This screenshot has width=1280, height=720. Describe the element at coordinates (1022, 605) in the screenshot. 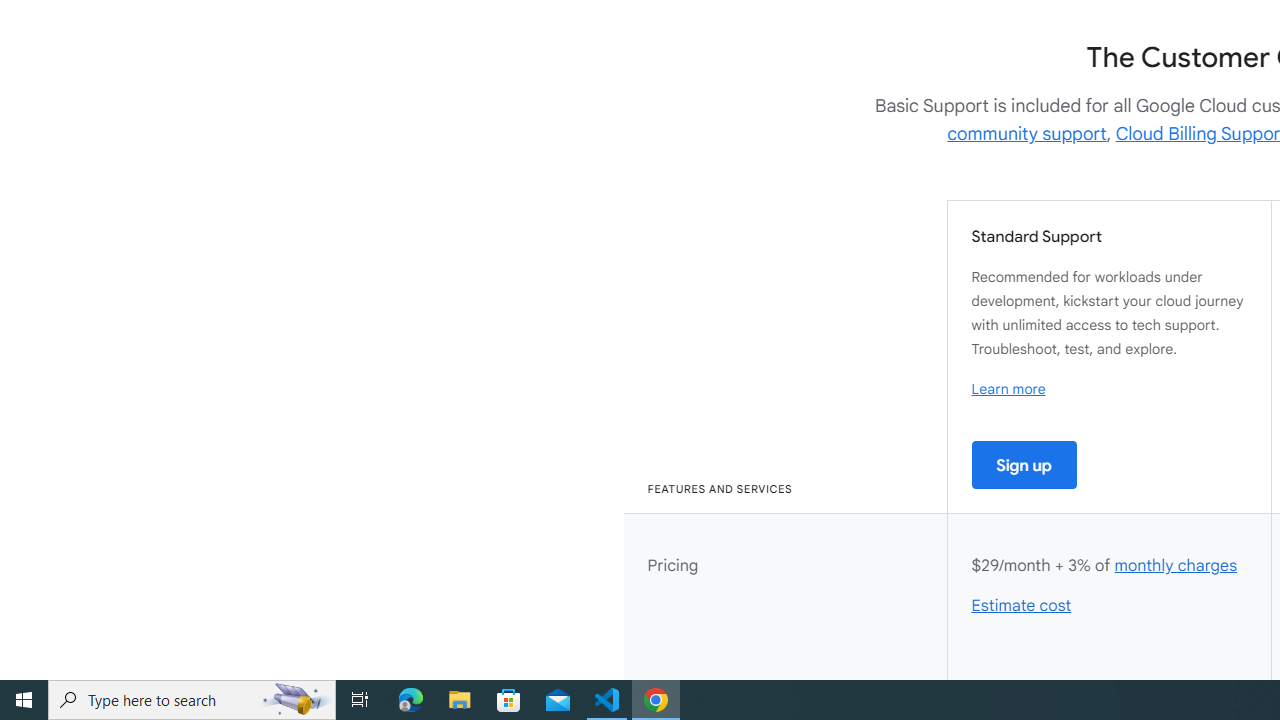

I see `'Estimate cost'` at that location.